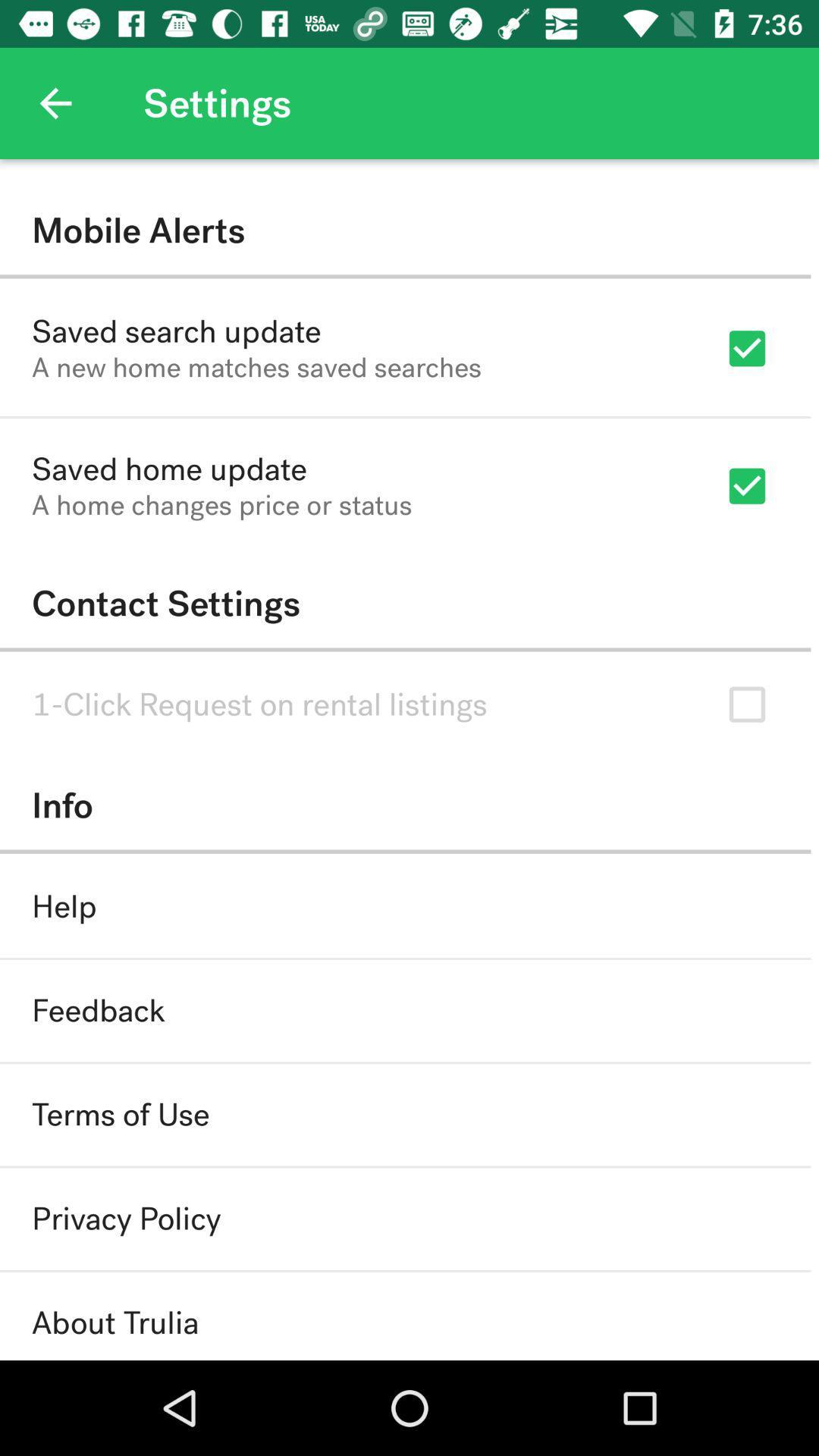 Image resolution: width=819 pixels, height=1456 pixels. Describe the element at coordinates (404, 230) in the screenshot. I see `item above saved search update` at that location.